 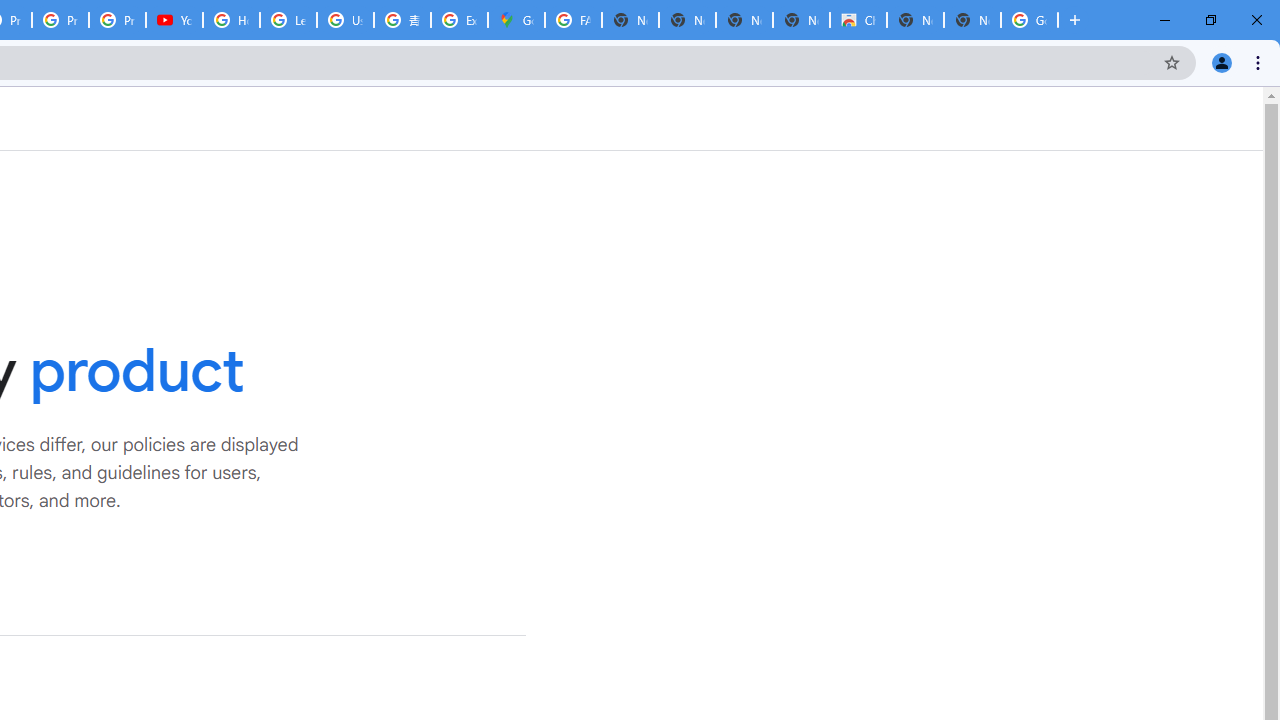 What do you see at coordinates (516, 20) in the screenshot?
I see `'Google Maps'` at bounding box center [516, 20].